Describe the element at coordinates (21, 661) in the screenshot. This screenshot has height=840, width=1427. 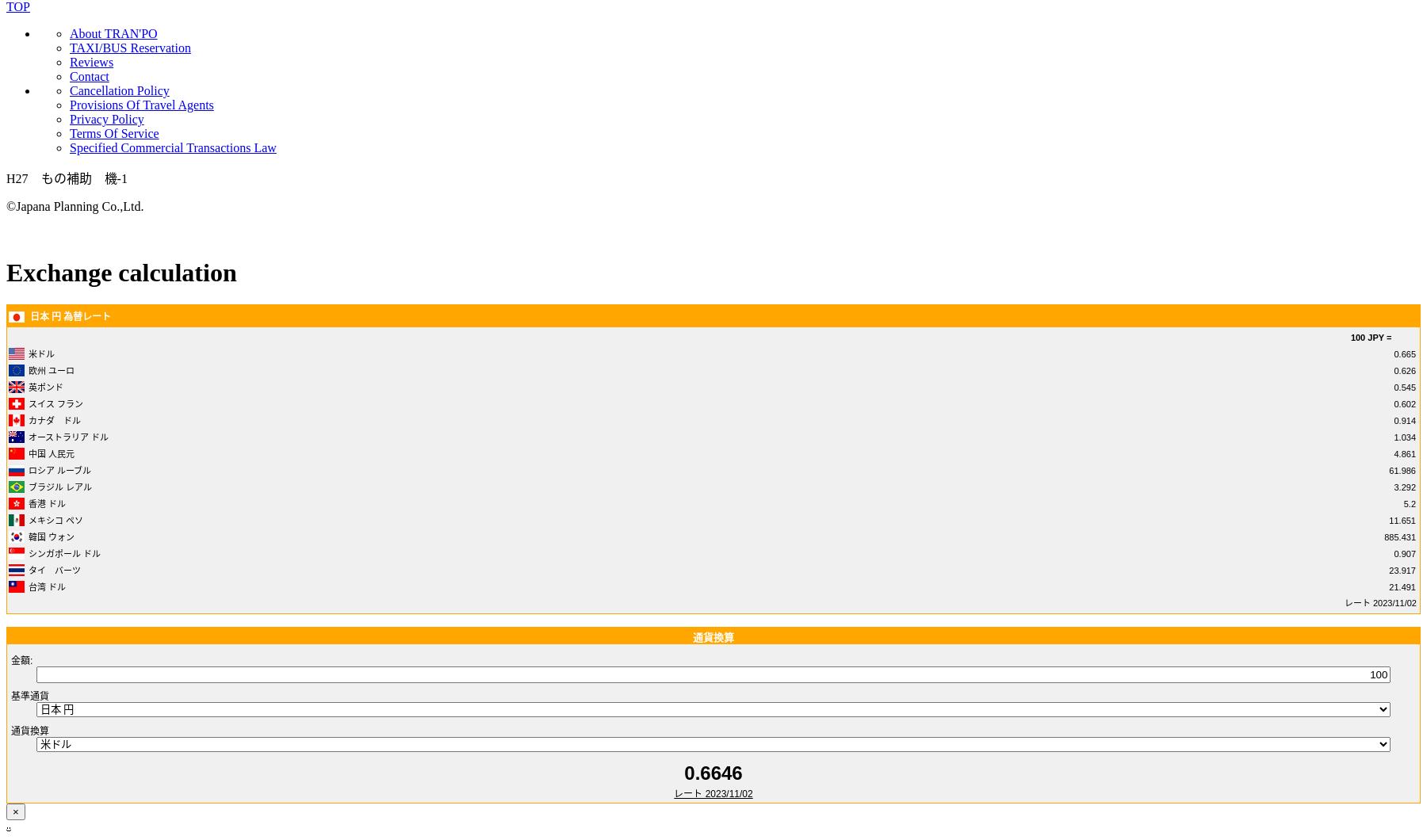
I see `'金額:'` at that location.